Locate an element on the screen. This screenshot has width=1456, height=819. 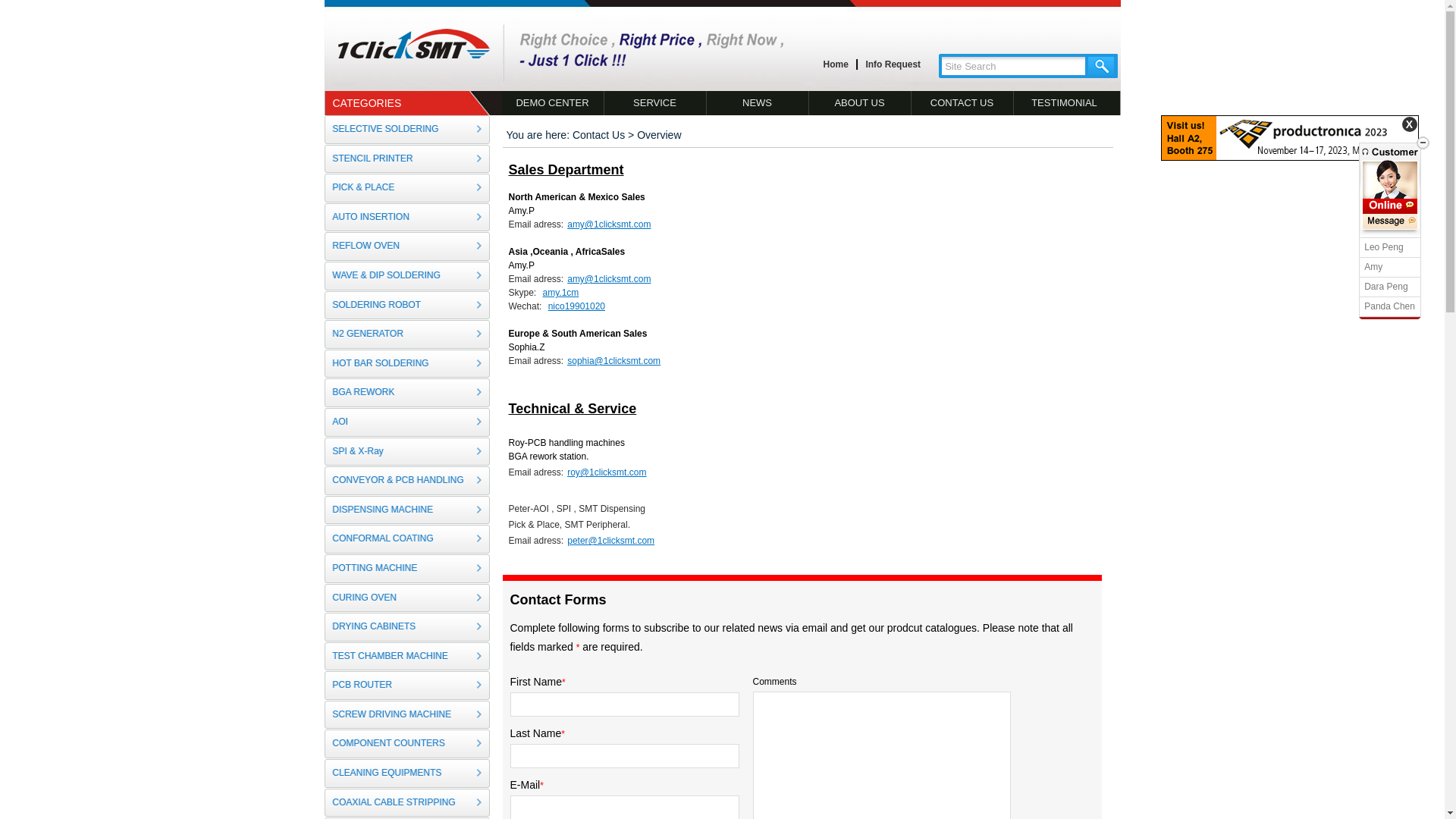
'AUTO INSERTION' is located at coordinates (407, 217).